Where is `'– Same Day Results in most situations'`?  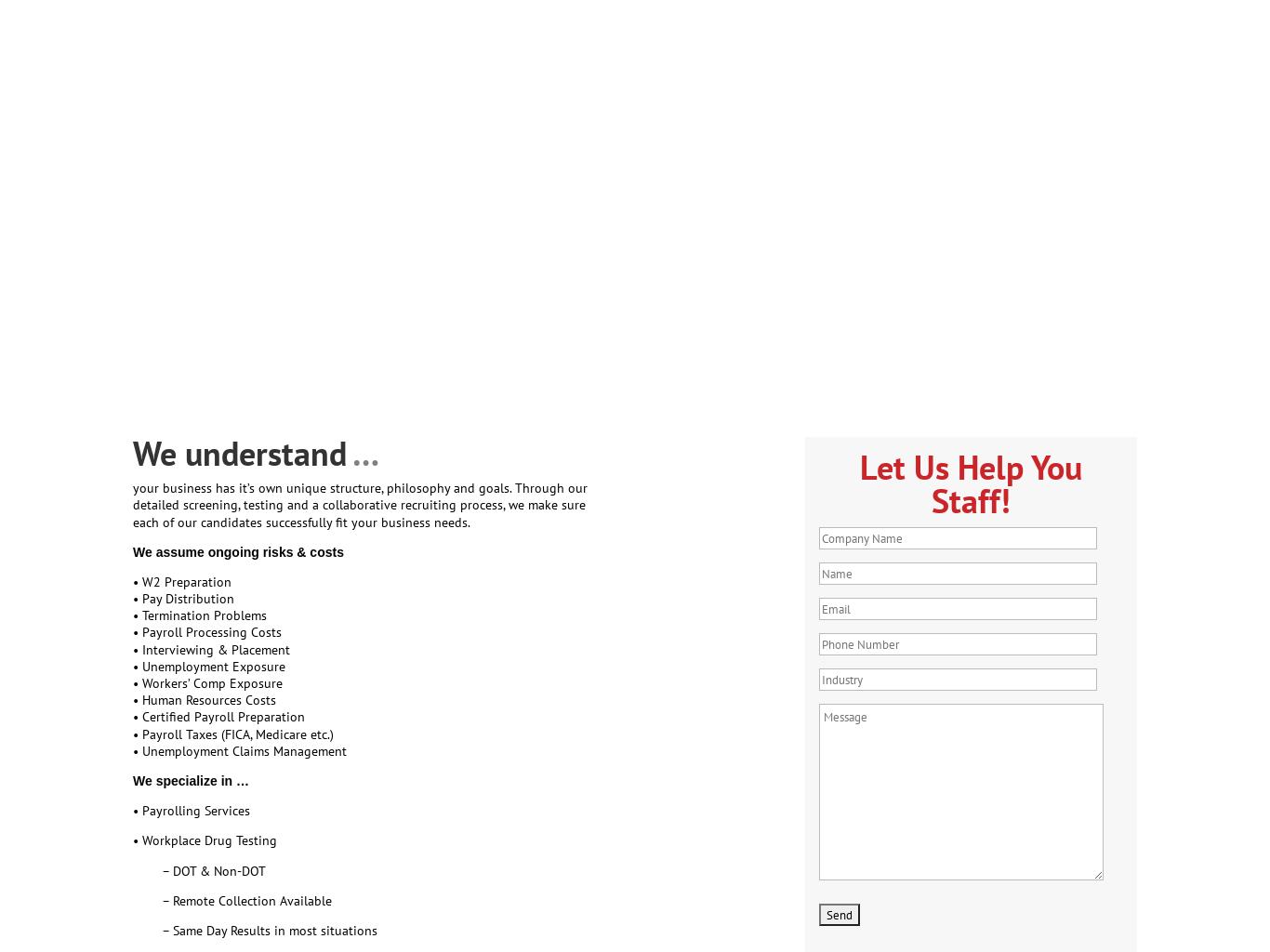
'– Same Day Results in most situations' is located at coordinates (255, 929).